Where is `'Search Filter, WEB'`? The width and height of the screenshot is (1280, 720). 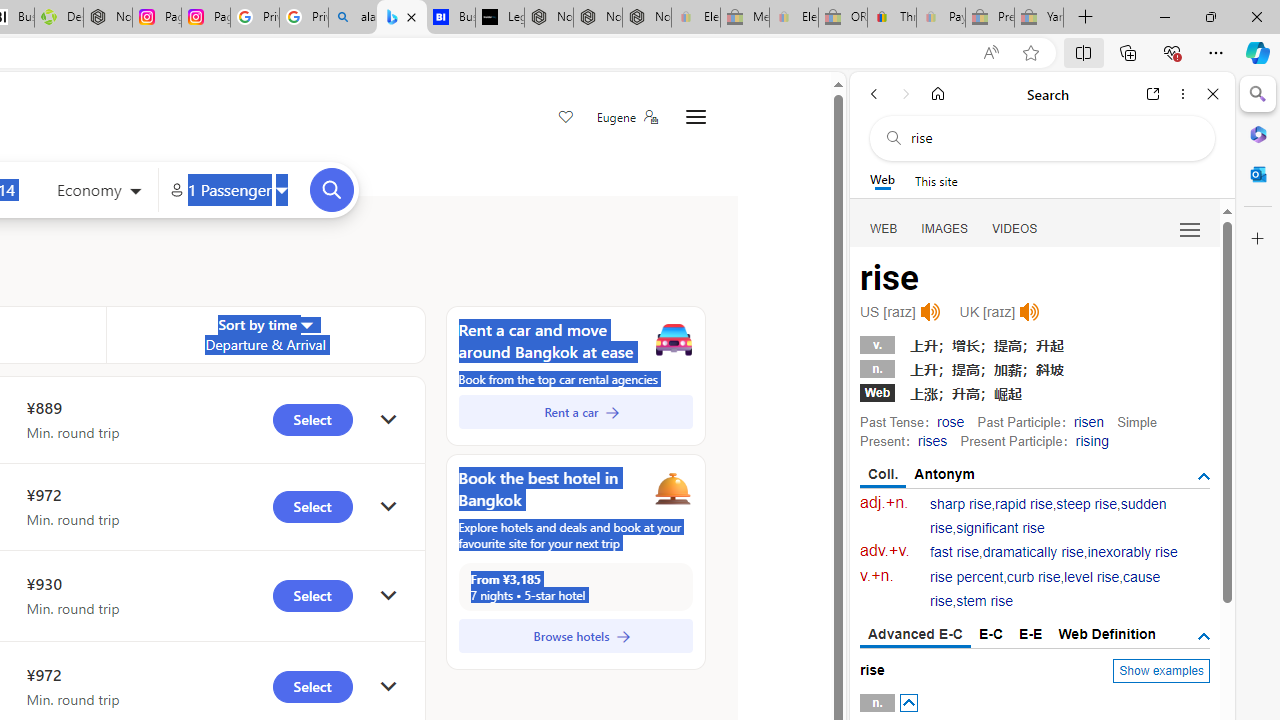 'Search Filter, WEB' is located at coordinates (883, 227).